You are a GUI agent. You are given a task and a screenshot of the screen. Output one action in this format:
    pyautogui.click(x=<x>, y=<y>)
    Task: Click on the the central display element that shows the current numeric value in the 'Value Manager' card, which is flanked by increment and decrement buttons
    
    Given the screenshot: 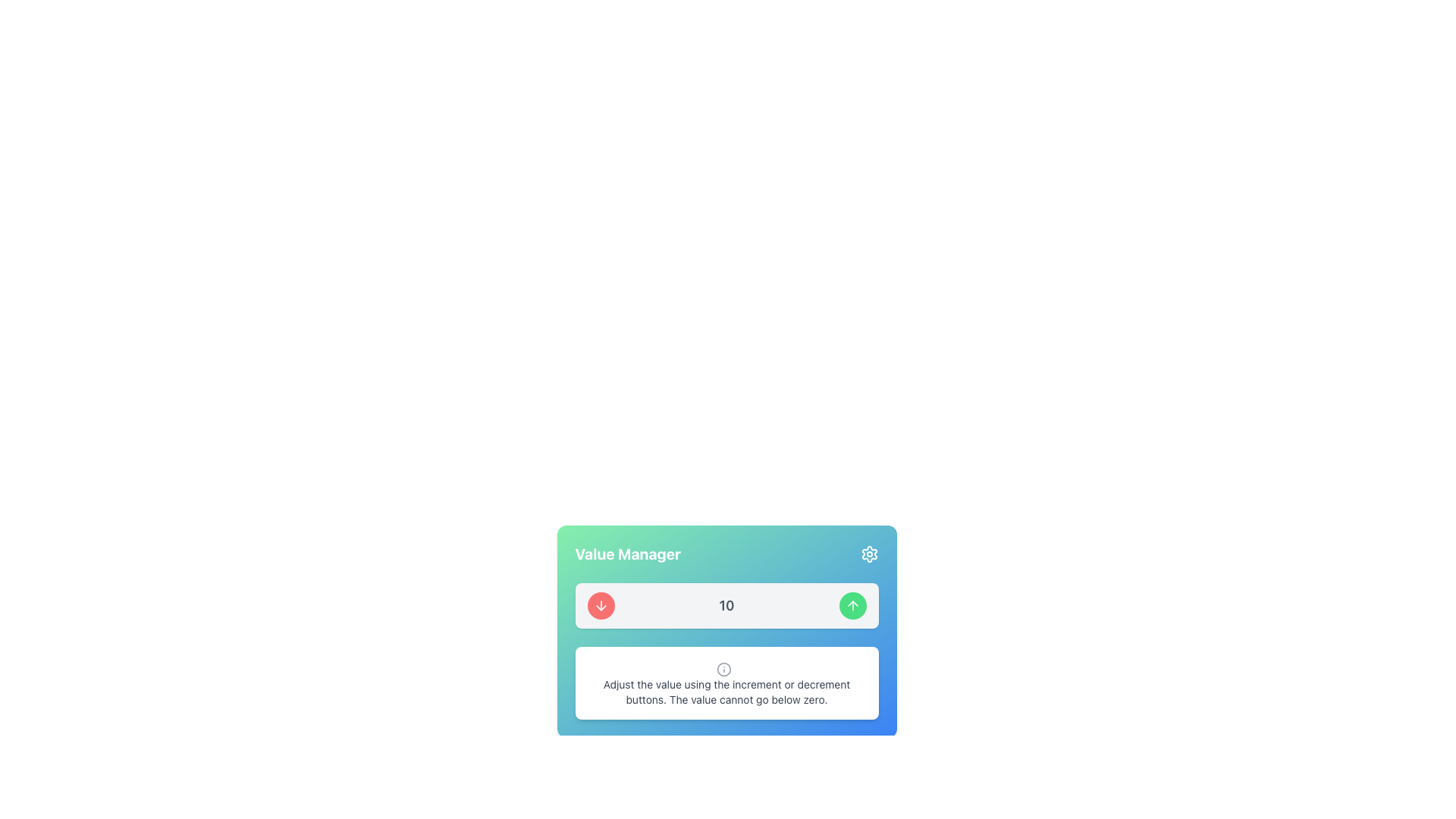 What is the action you would take?
    pyautogui.click(x=726, y=604)
    